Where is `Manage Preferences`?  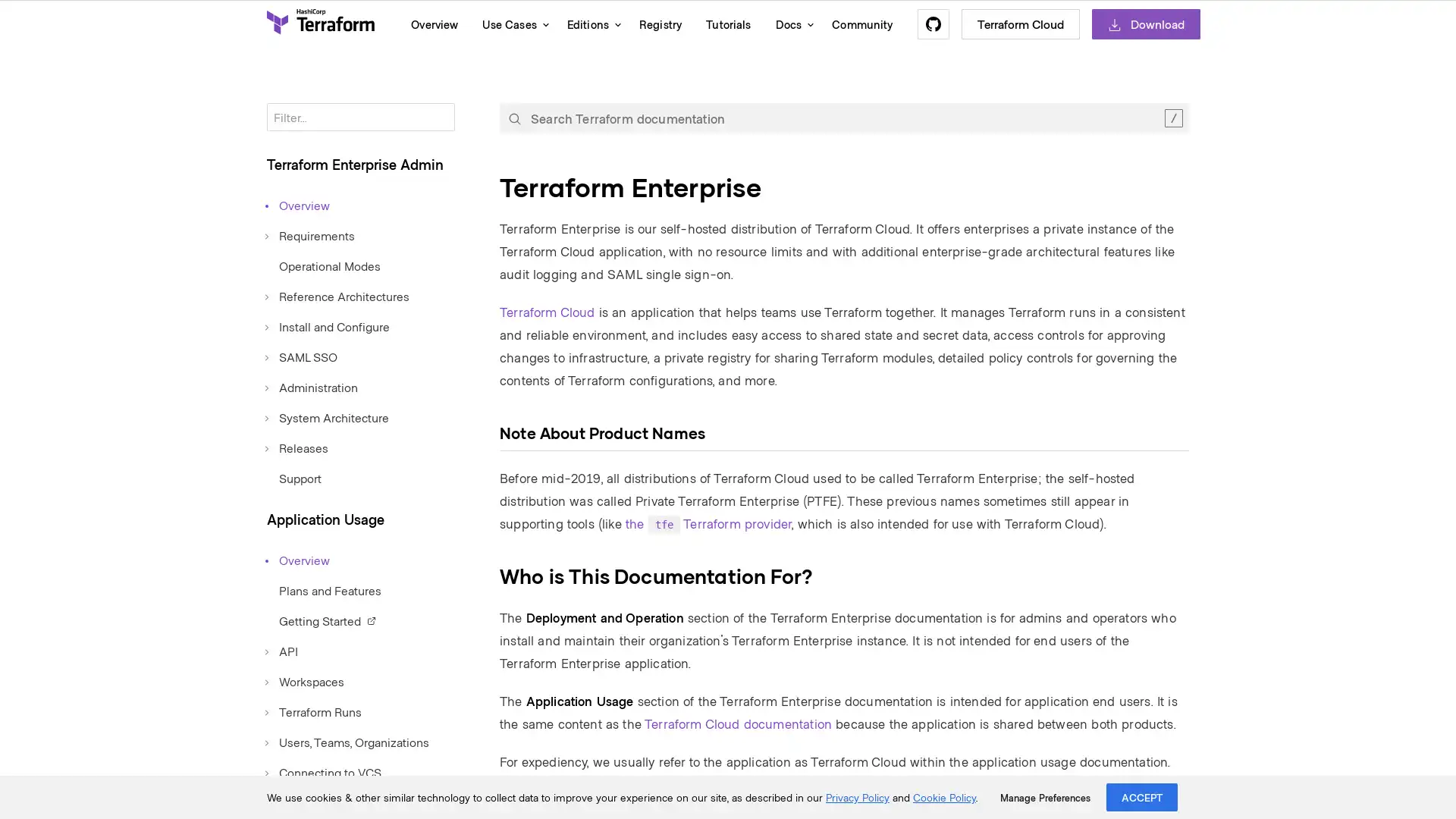 Manage Preferences is located at coordinates (1044, 797).